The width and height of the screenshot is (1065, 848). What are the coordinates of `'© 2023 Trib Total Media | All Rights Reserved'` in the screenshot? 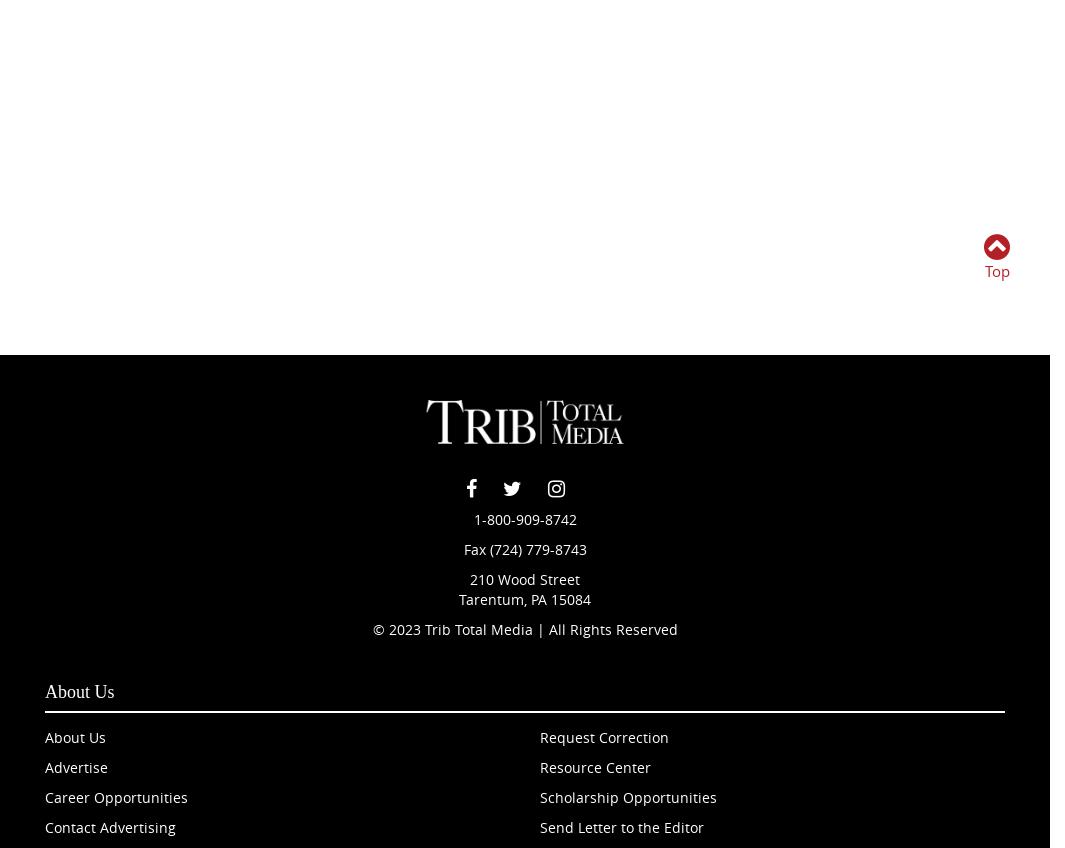 It's located at (371, 629).